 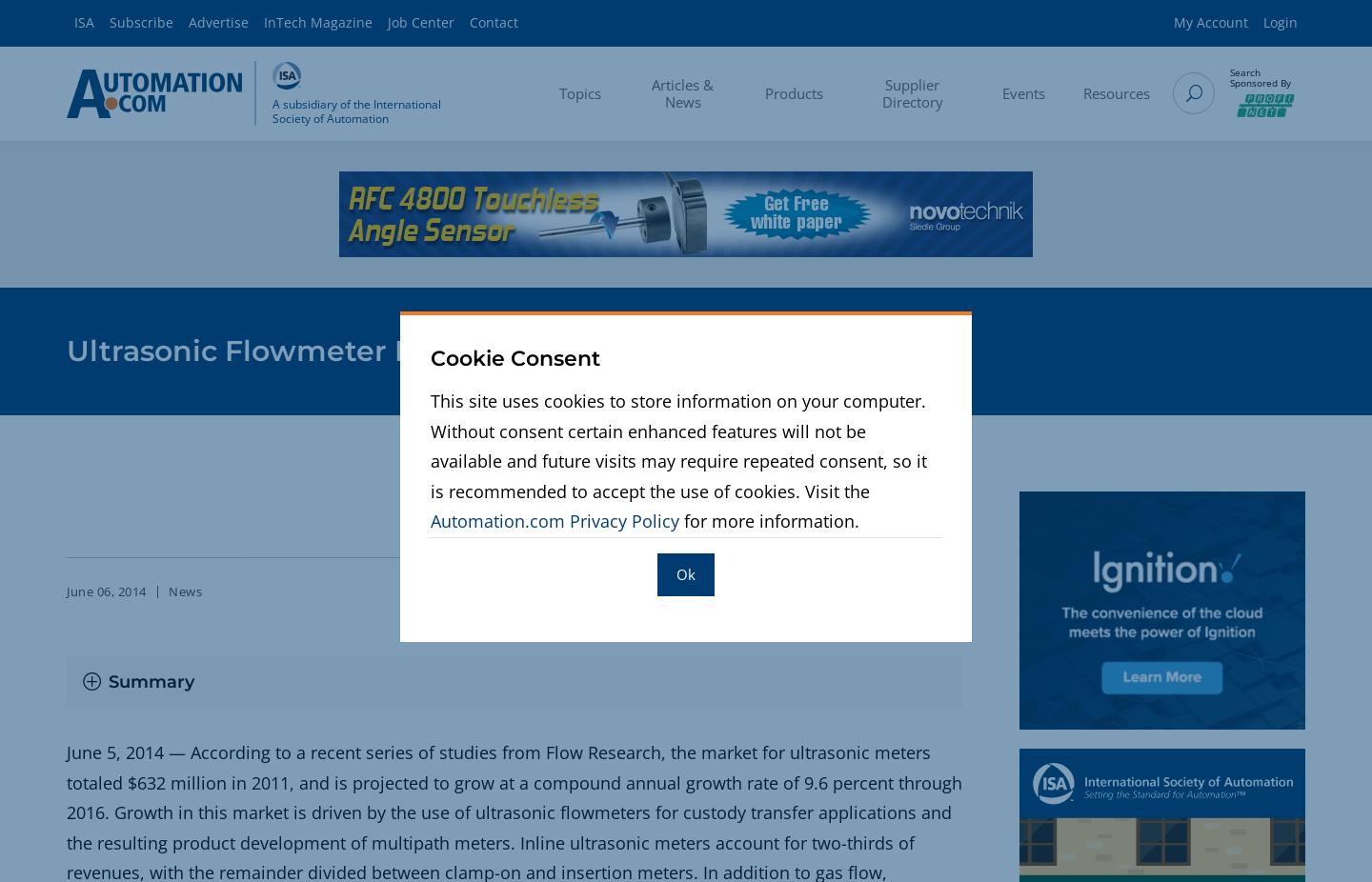 What do you see at coordinates (1279, 21) in the screenshot?
I see `'Login'` at bounding box center [1279, 21].